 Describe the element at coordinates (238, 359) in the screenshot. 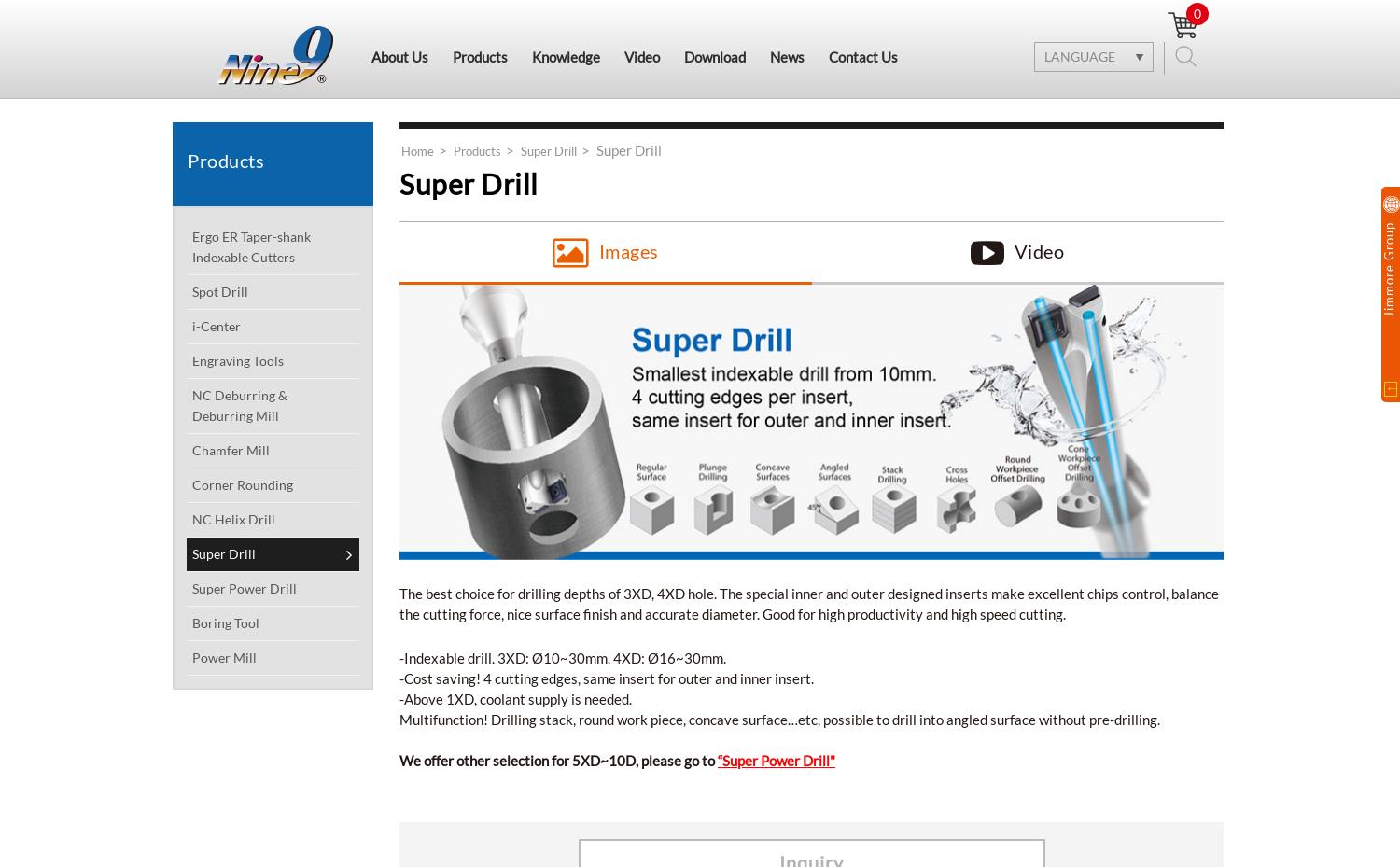

I see `'Engraving Tools'` at that location.